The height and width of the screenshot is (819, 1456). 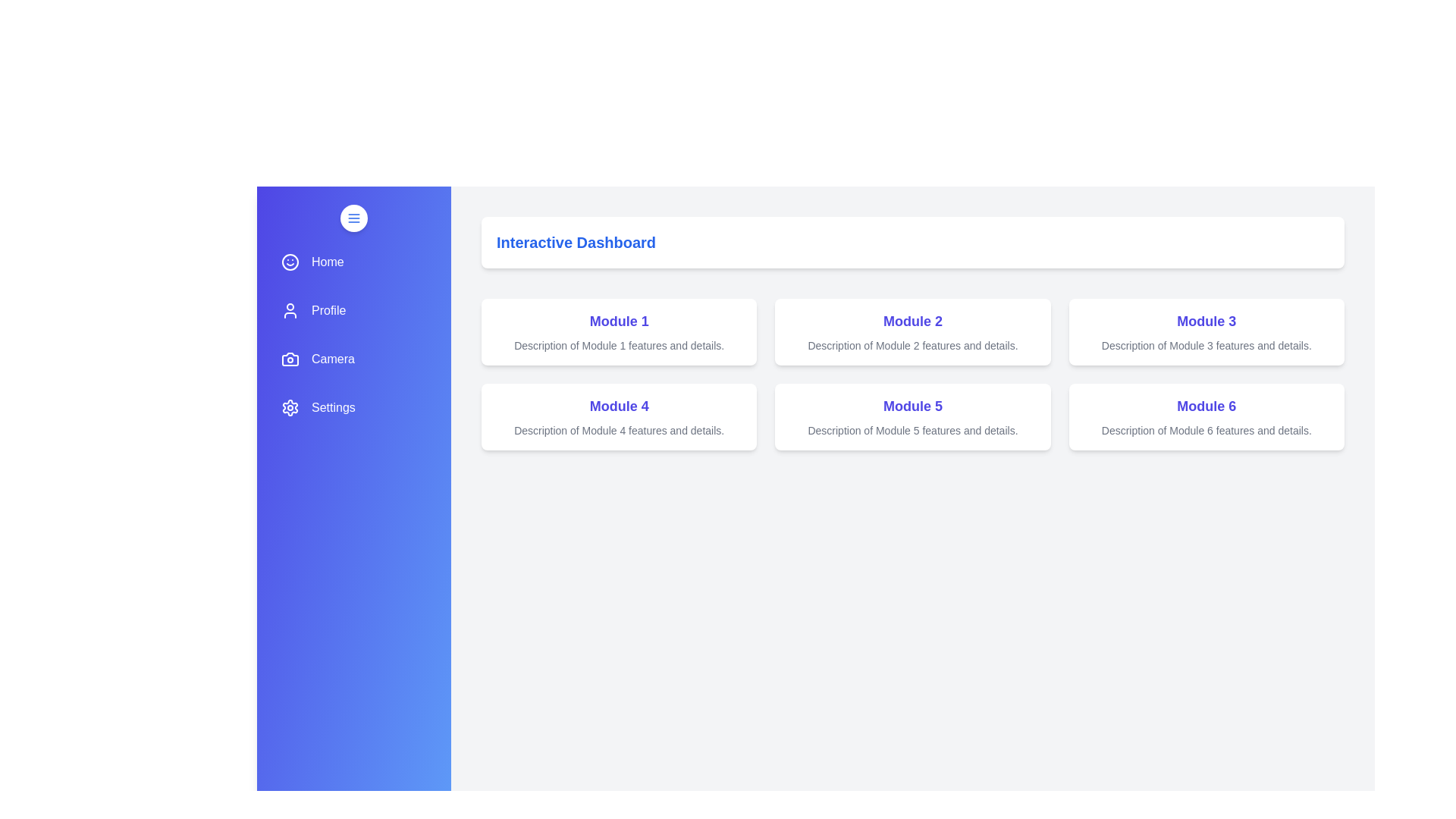 What do you see at coordinates (327, 262) in the screenshot?
I see `the 'Home' text label, which is a white label on a blue sidebar` at bounding box center [327, 262].